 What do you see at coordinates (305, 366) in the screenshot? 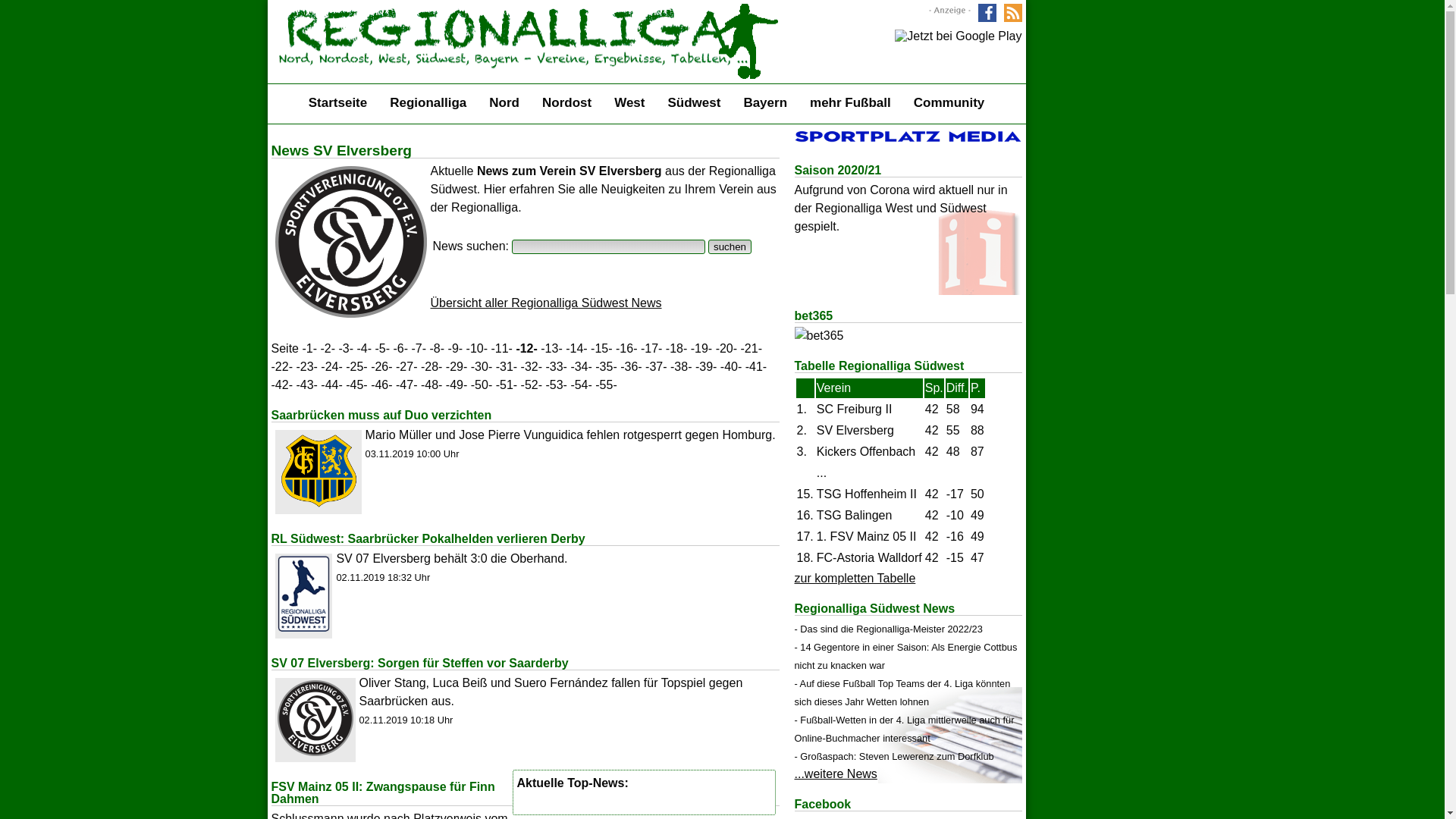
I see `'-23-'` at bounding box center [305, 366].